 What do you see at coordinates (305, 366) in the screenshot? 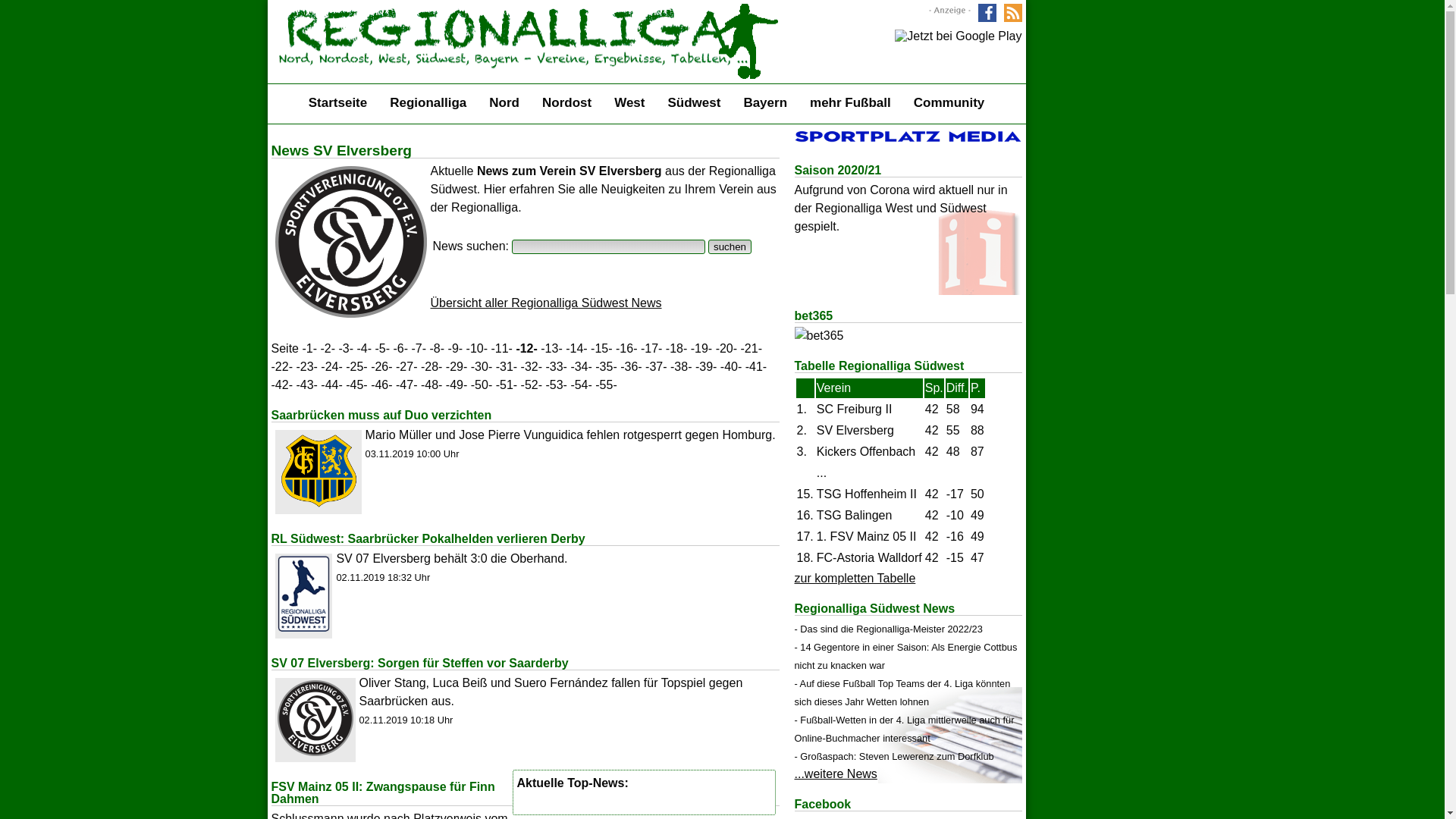
I see `'-23-'` at bounding box center [305, 366].